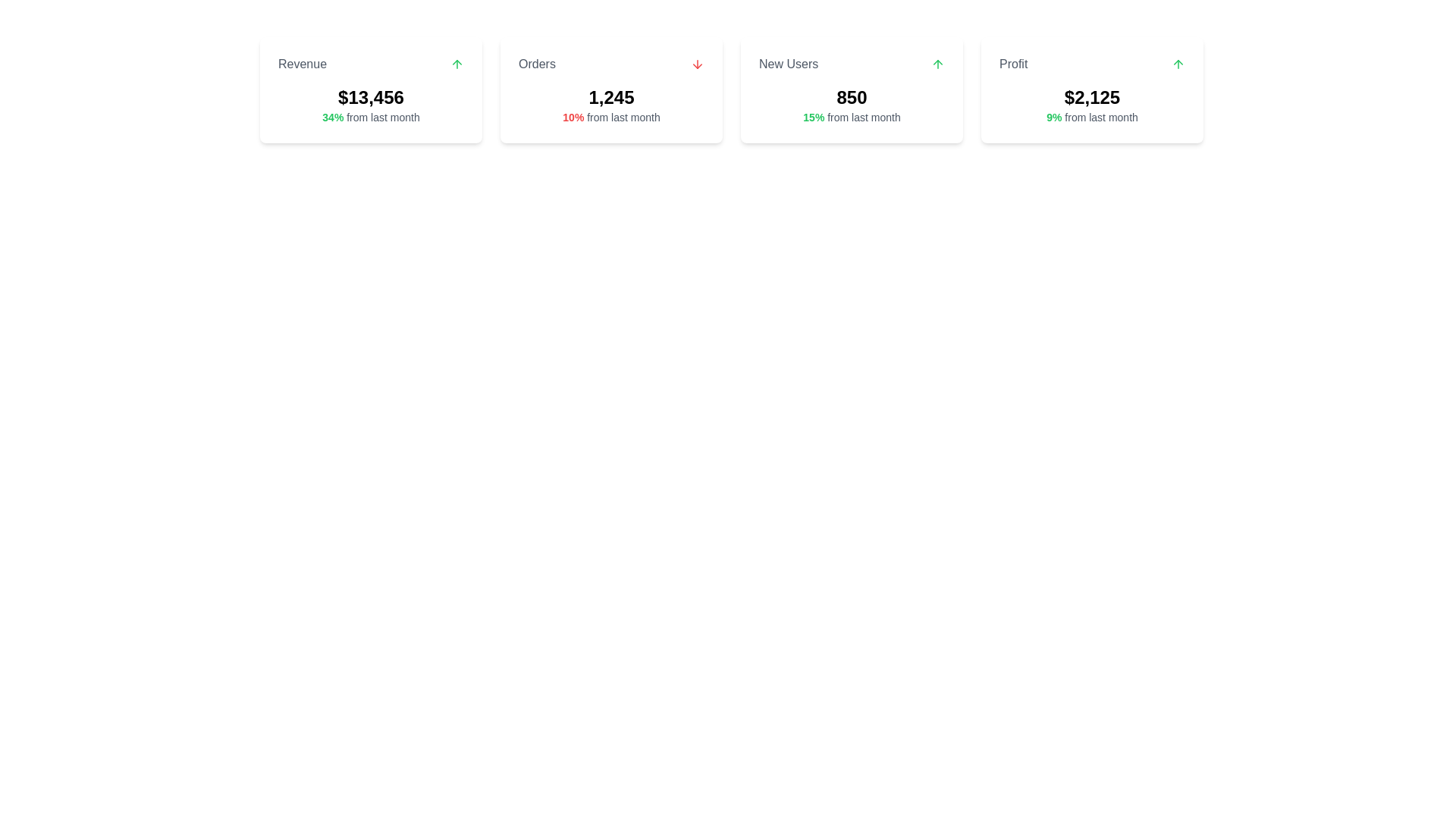 This screenshot has height=819, width=1456. Describe the element at coordinates (1053, 116) in the screenshot. I see `the bold green text displaying '9%' located in the 'Profit' section on the rightmost card of the summary cards` at that location.